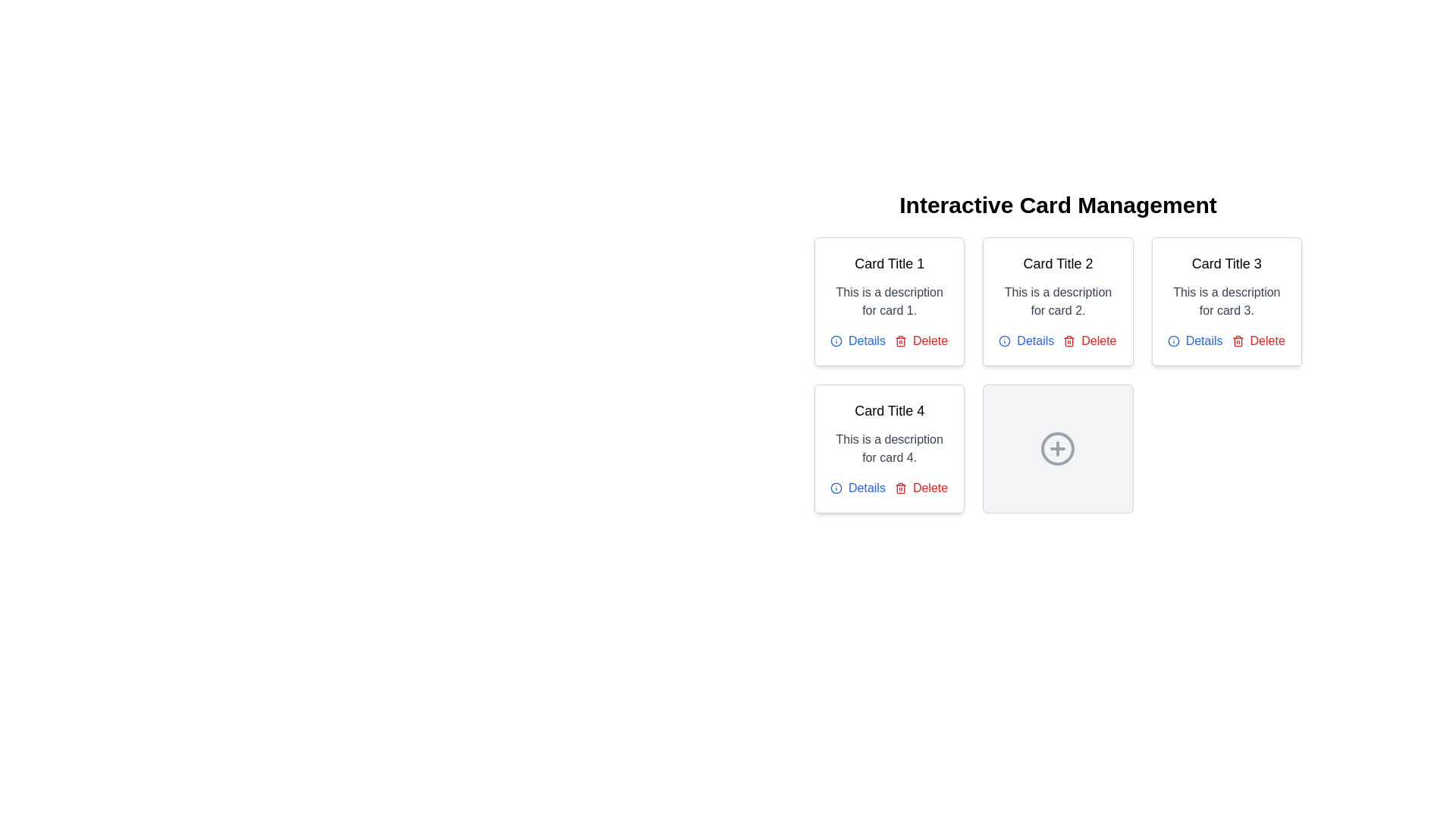 Image resolution: width=1456 pixels, height=819 pixels. I want to click on the circular vector graphic element that is part of an SVG icon, contributing to the visual representation of an informational symbol, so click(1172, 341).